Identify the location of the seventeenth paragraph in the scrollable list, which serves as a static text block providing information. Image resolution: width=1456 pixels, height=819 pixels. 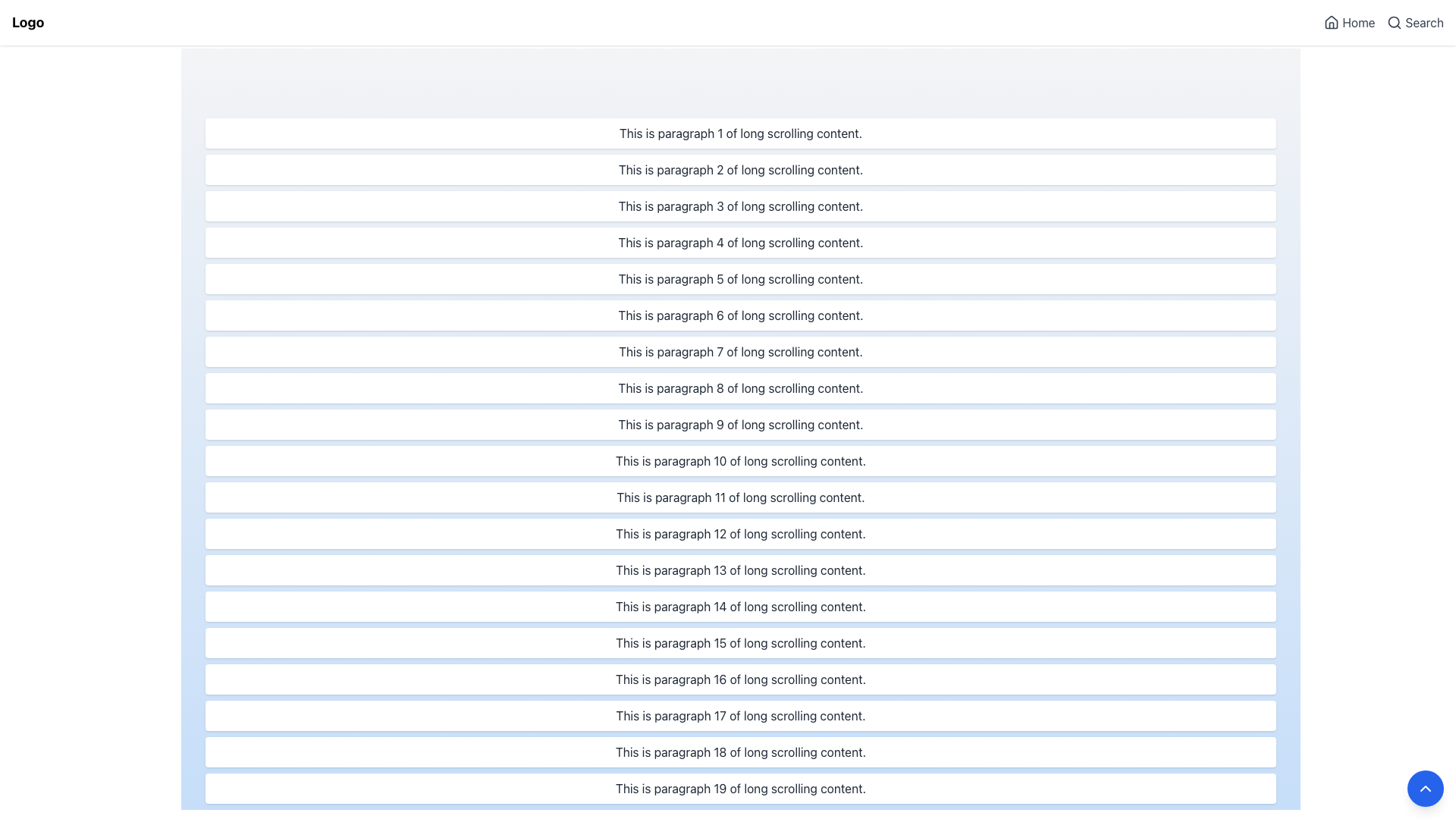
(741, 716).